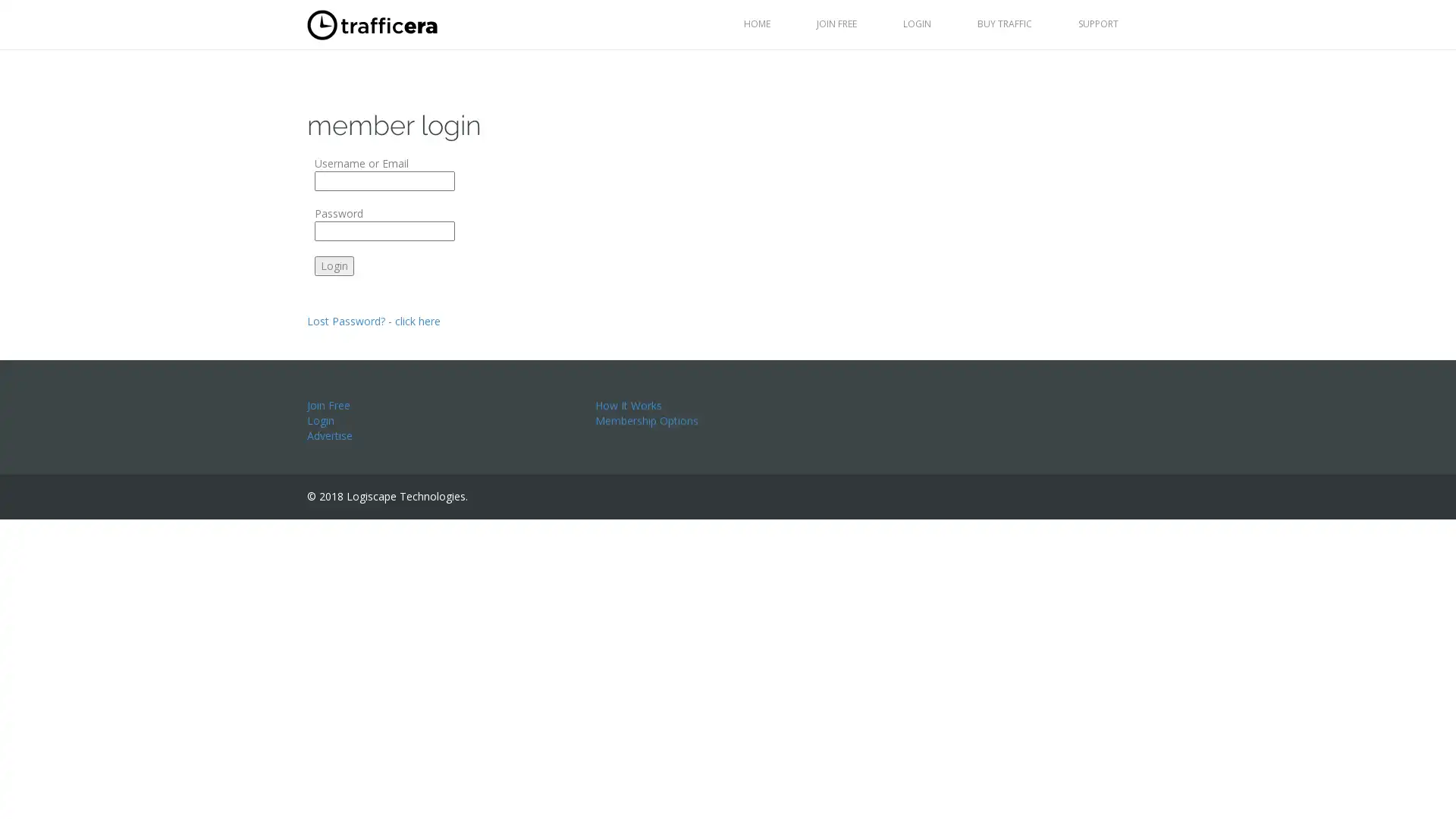 The width and height of the screenshot is (1456, 819). I want to click on Login, so click(334, 265).